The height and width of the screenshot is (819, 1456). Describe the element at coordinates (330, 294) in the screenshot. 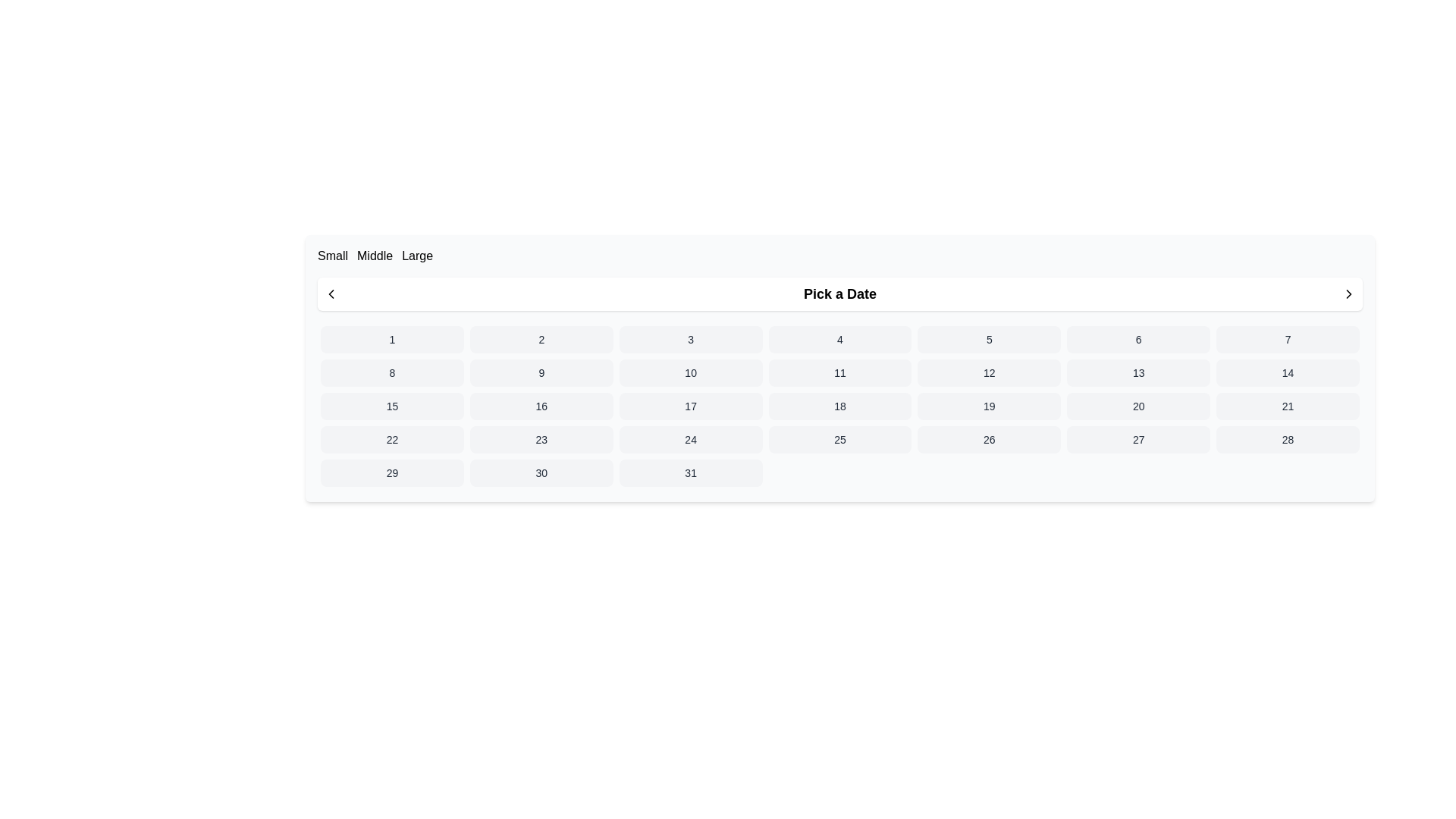

I see `the chevron icon located in the header area of the date selection modal to activate hover effects` at that location.